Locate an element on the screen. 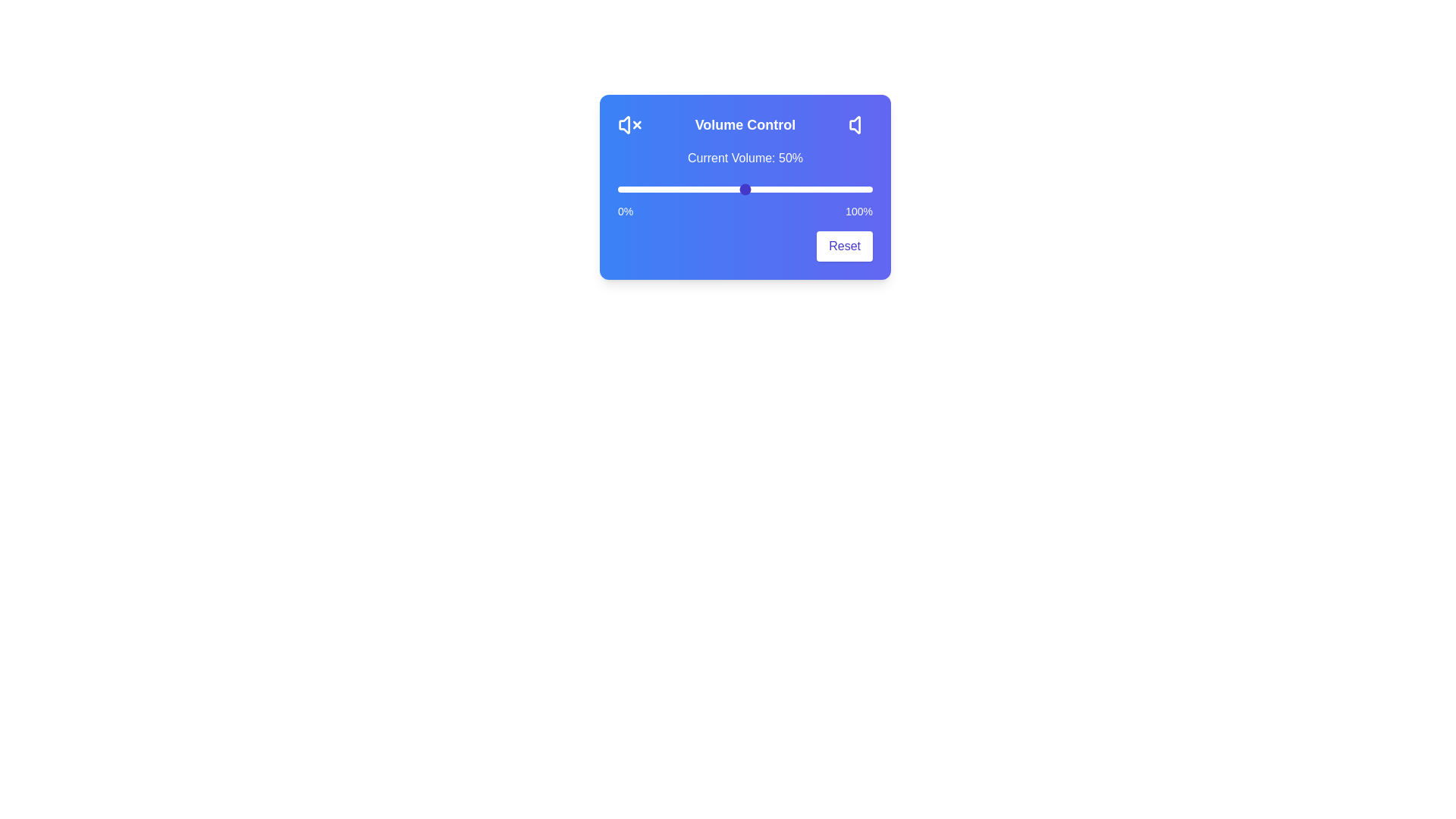 The height and width of the screenshot is (819, 1456). the volume slider to 66% is located at coordinates (786, 189).